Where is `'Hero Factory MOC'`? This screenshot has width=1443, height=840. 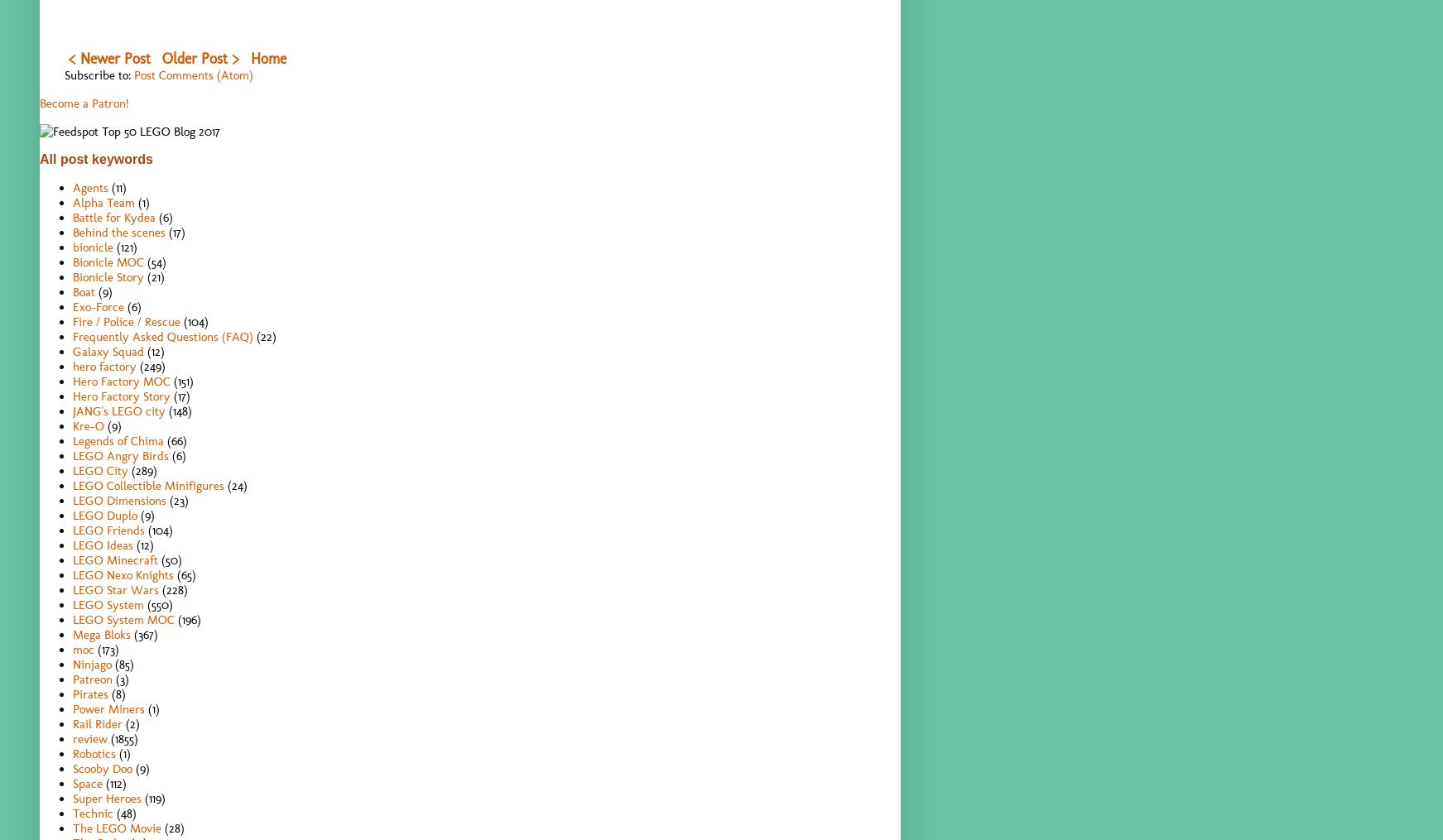
'Hero Factory MOC' is located at coordinates (121, 379).